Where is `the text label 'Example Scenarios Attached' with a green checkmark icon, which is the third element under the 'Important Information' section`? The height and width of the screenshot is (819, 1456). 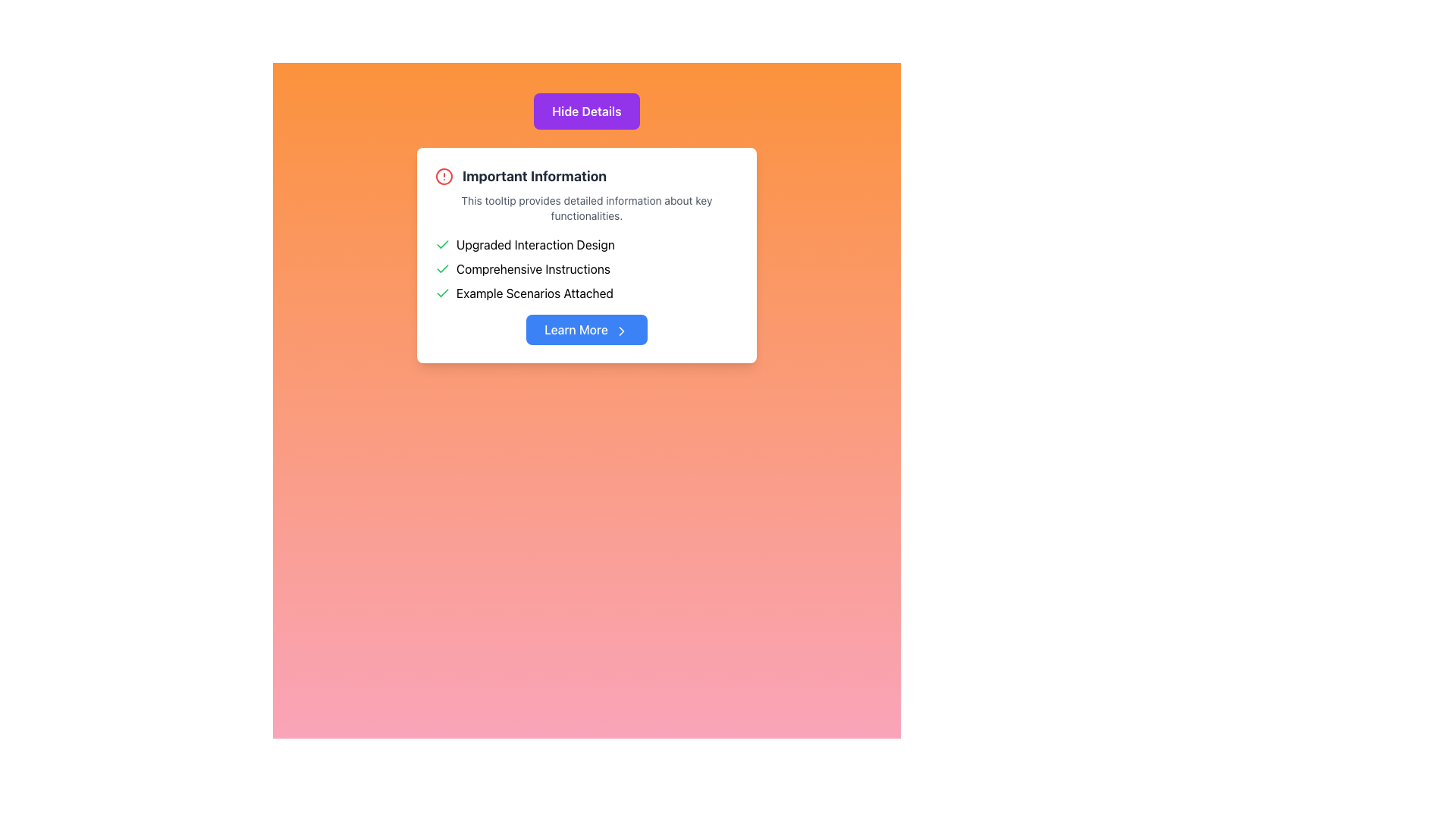 the text label 'Example Scenarios Attached' with a green checkmark icon, which is the third element under the 'Important Information' section is located at coordinates (585, 293).